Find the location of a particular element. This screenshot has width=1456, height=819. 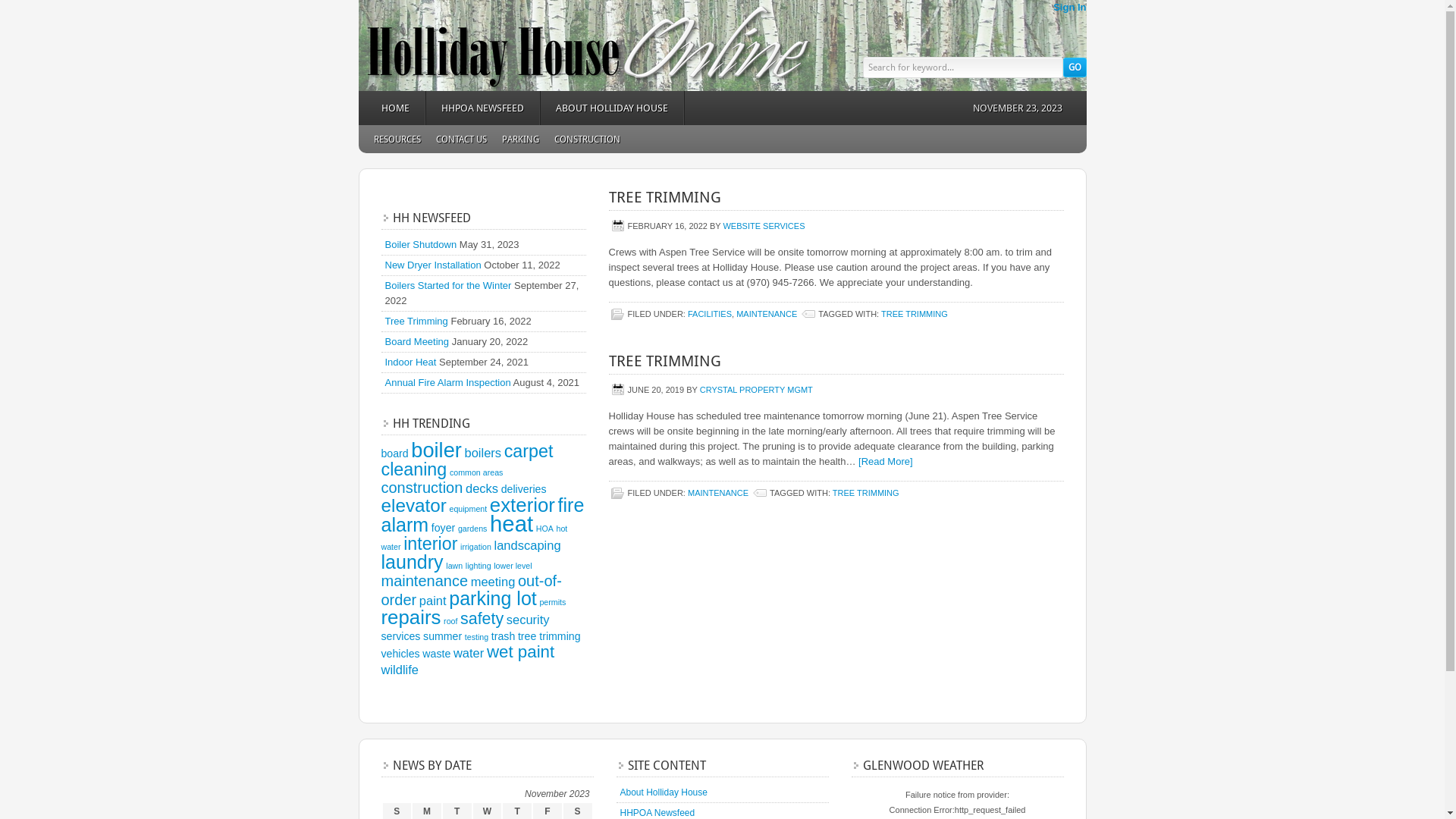

'maintenance' is located at coordinates (381, 580).